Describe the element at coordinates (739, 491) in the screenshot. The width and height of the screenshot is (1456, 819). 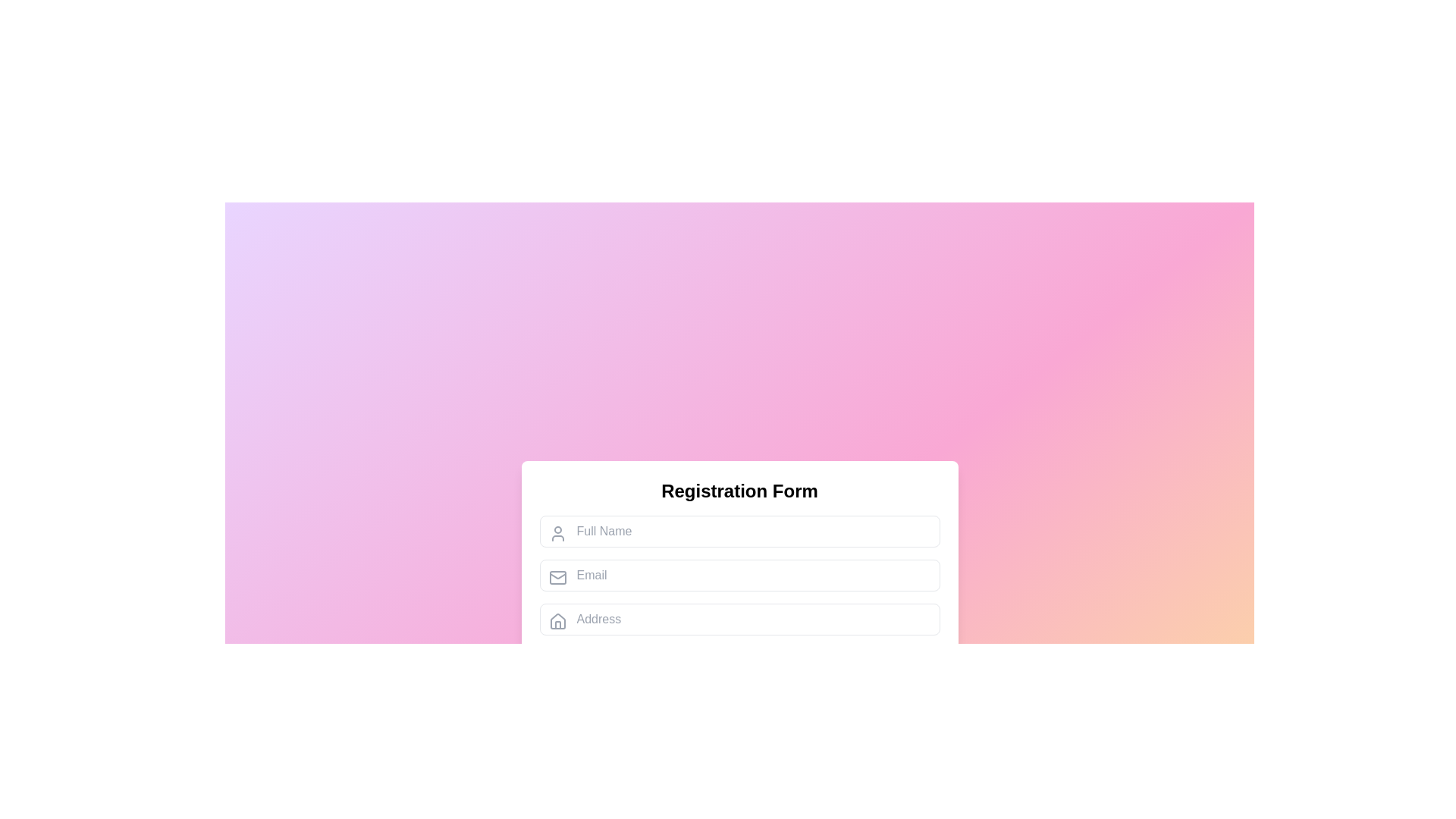
I see `the header text element located at the top-center of the form section, which provides context for the user about the purpose of the form` at that location.